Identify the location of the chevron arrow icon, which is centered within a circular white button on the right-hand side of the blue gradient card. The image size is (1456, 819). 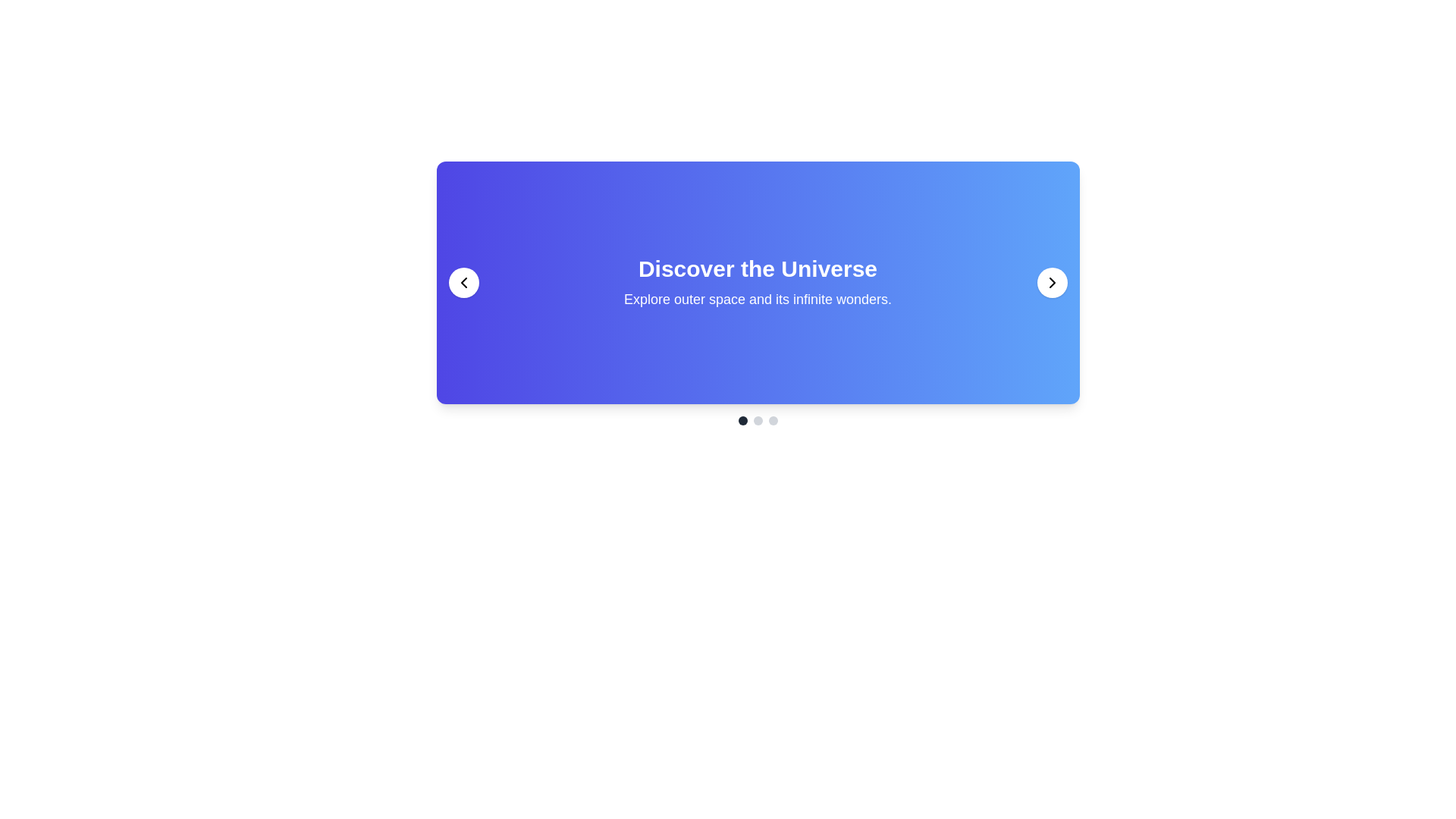
(1051, 283).